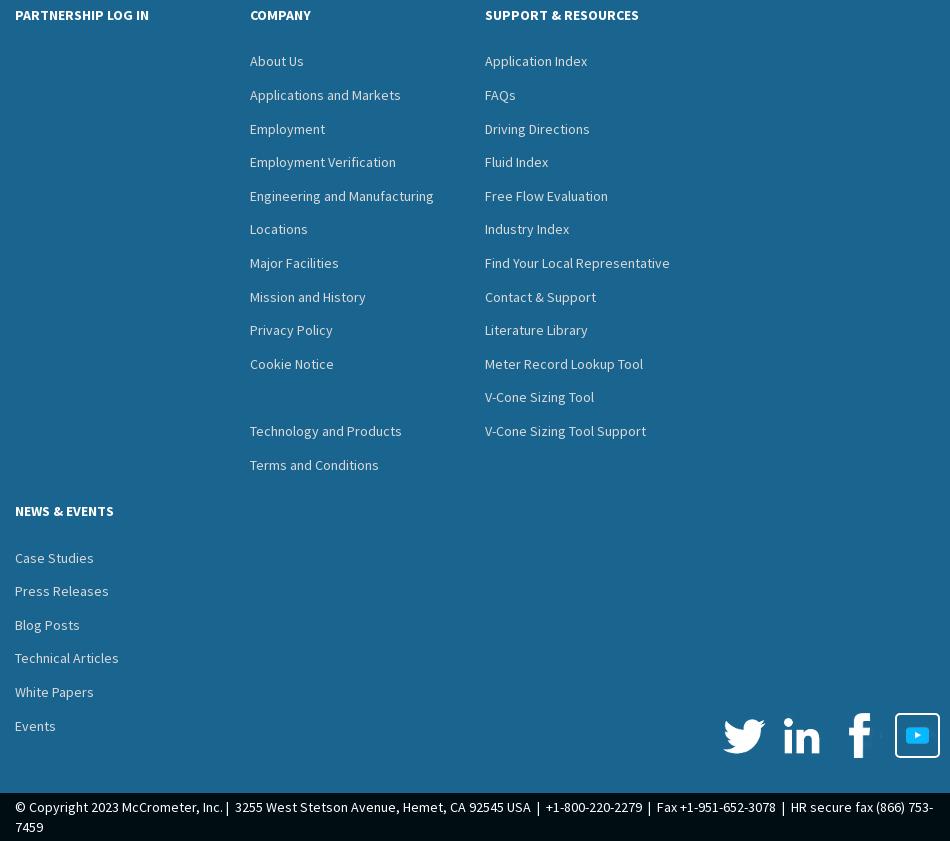 This screenshot has width=950, height=841. I want to click on 'Locations', so click(278, 228).